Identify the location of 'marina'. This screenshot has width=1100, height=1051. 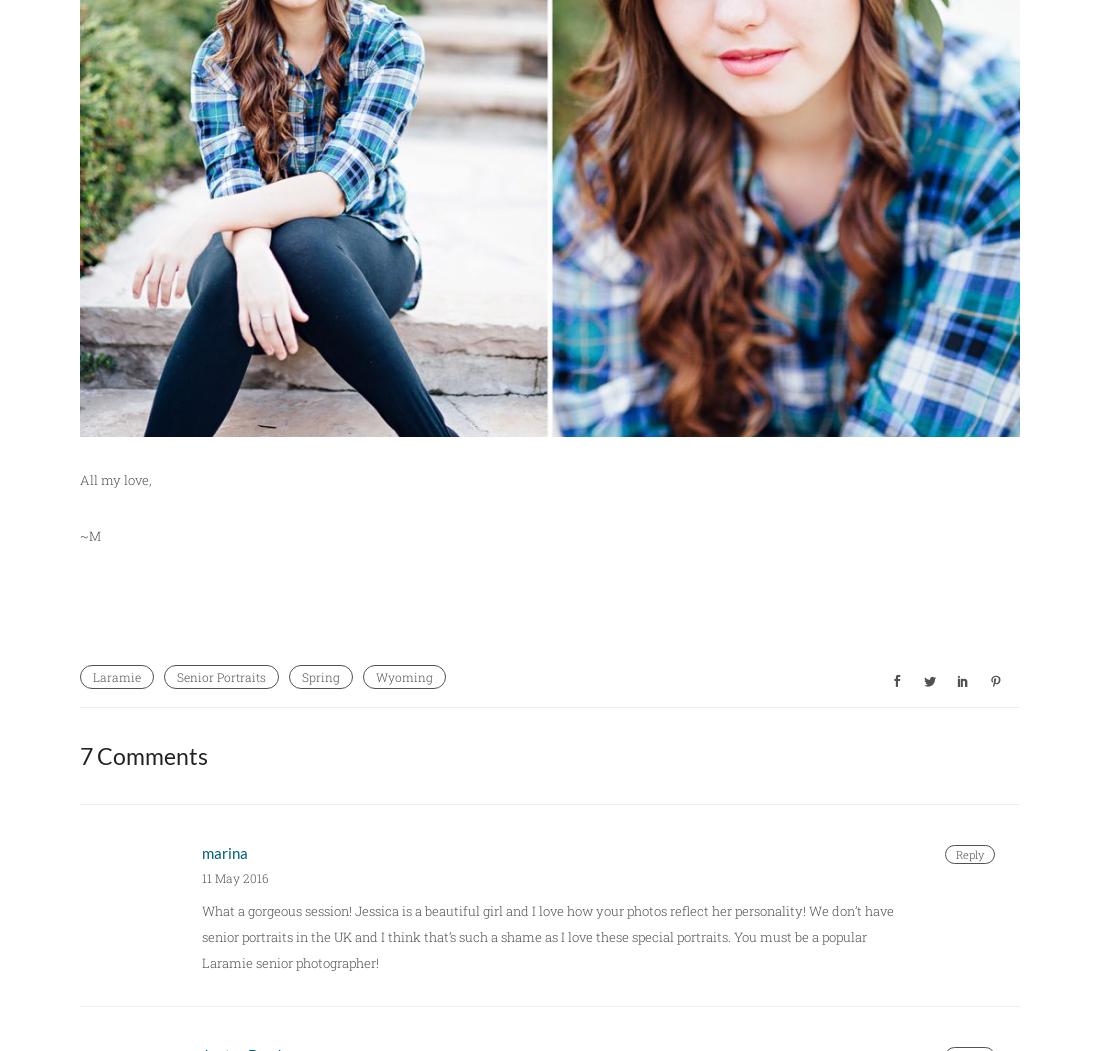
(224, 851).